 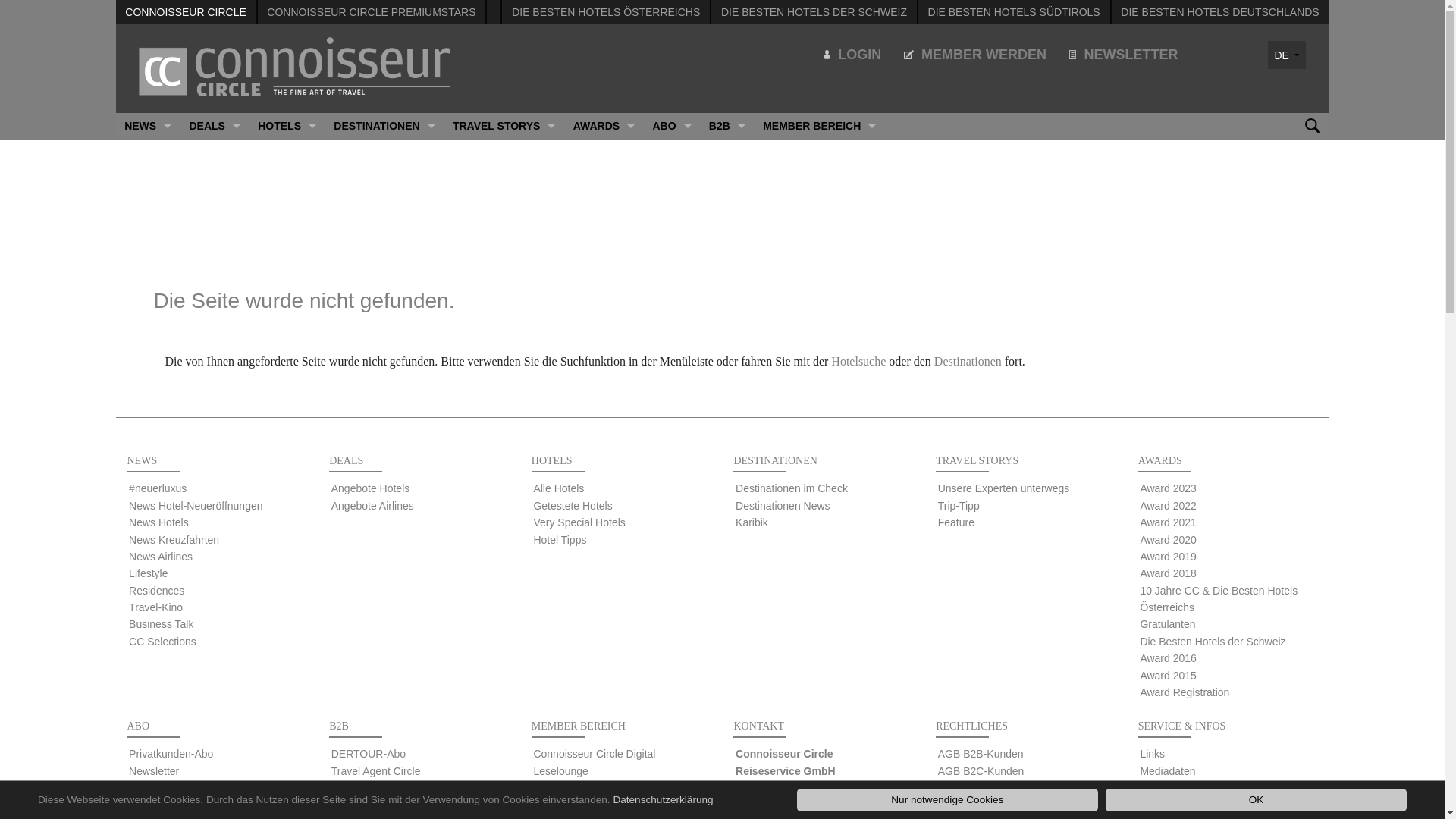 What do you see at coordinates (1166, 771) in the screenshot?
I see `'Mediadaten'` at bounding box center [1166, 771].